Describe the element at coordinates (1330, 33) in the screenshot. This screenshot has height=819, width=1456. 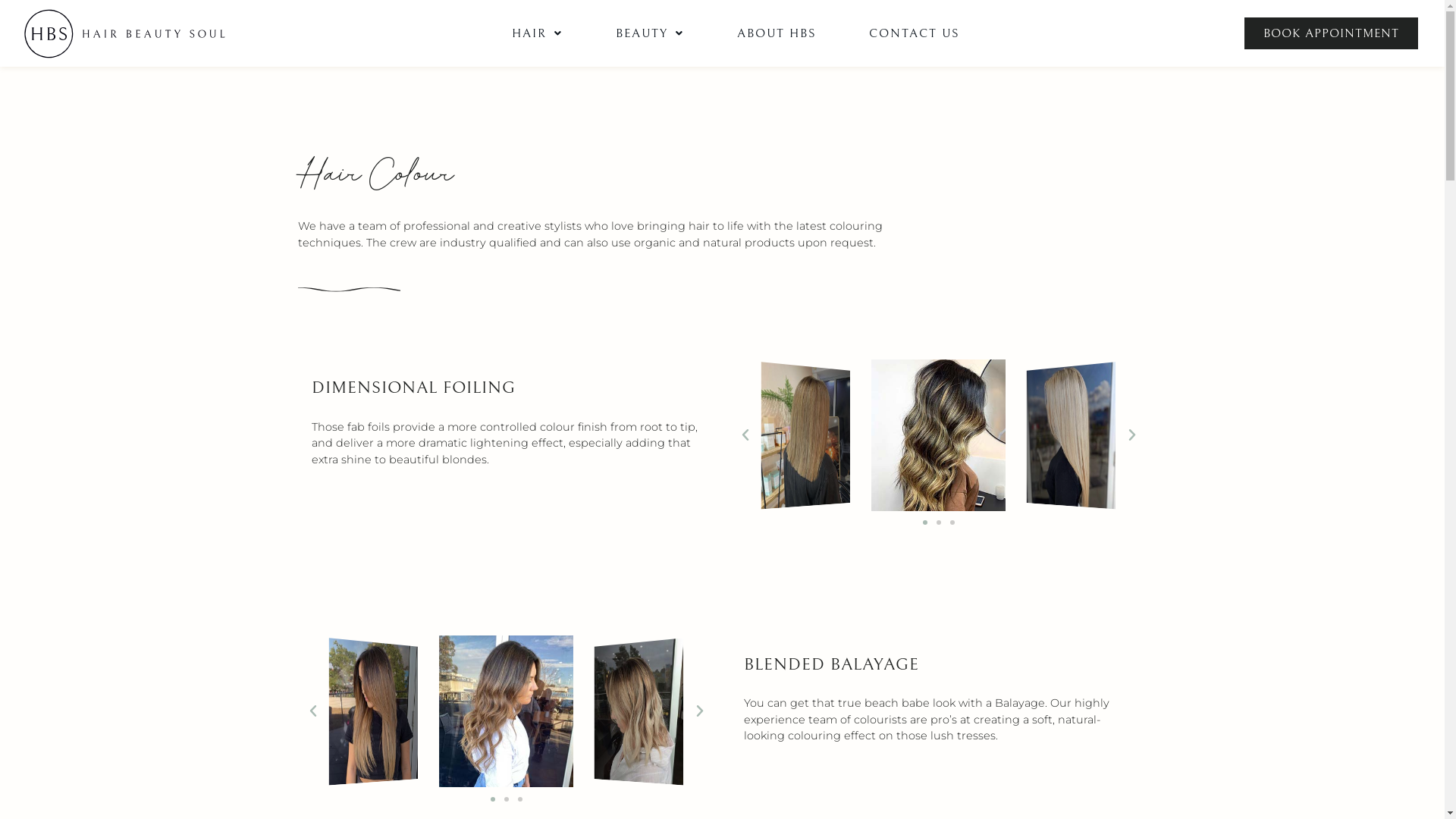
I see `'BOOK APPOINTMENT'` at that location.